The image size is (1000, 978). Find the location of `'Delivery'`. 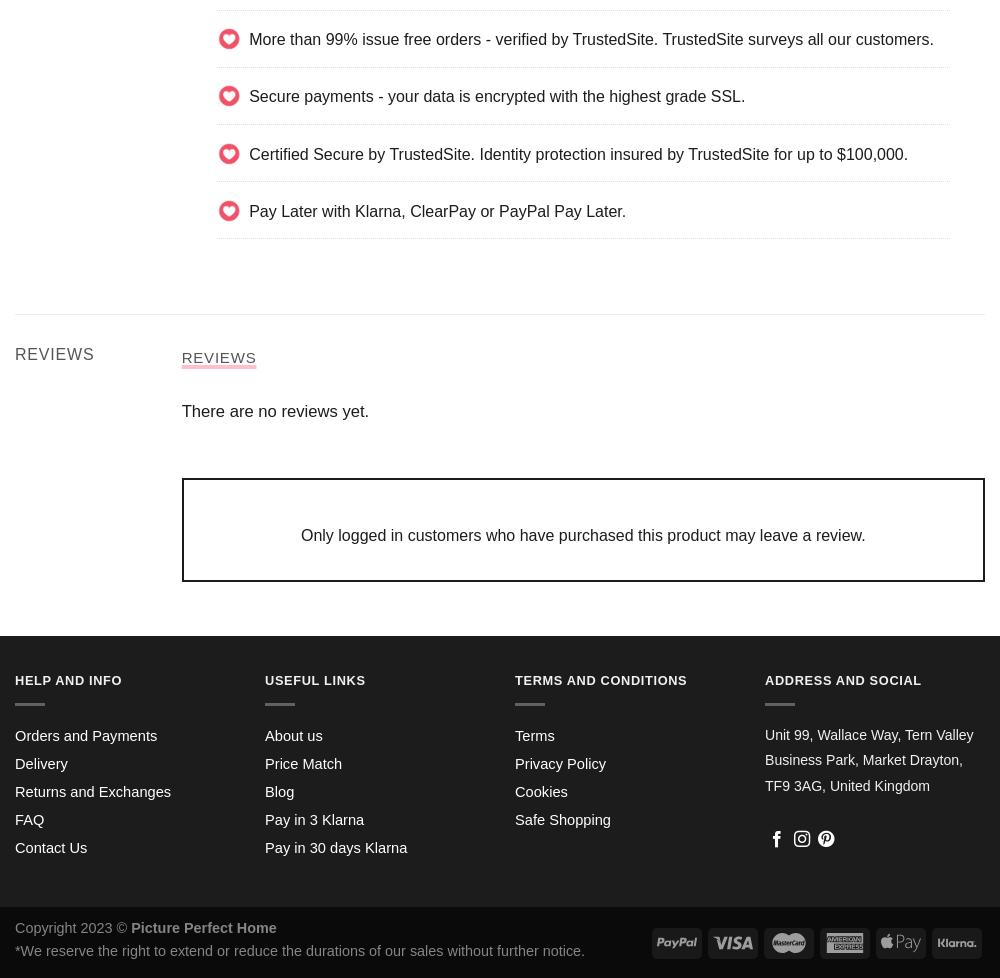

'Delivery' is located at coordinates (41, 762).